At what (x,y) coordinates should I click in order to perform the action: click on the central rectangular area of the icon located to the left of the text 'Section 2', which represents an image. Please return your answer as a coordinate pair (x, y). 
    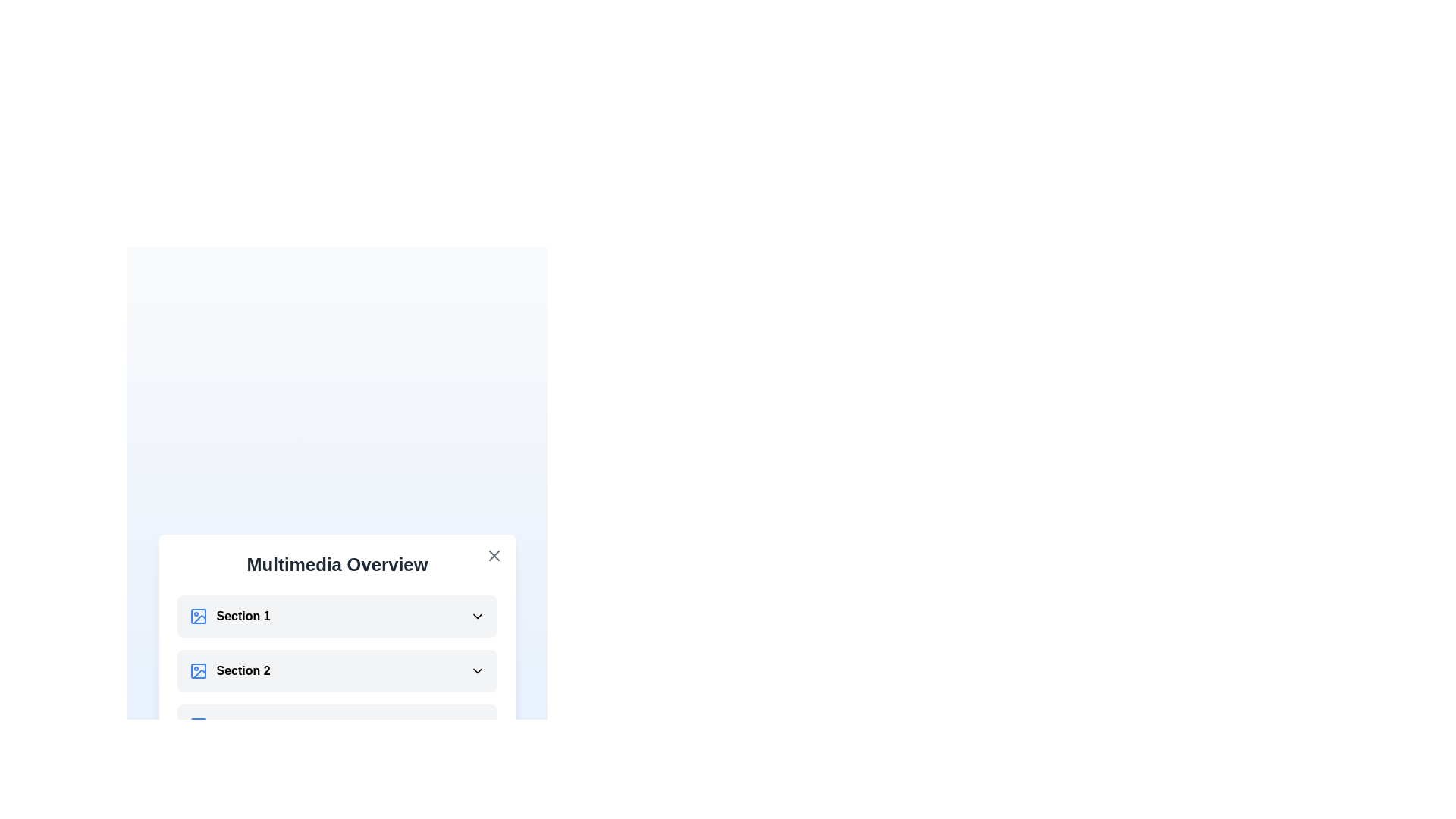
    Looking at the image, I should click on (197, 670).